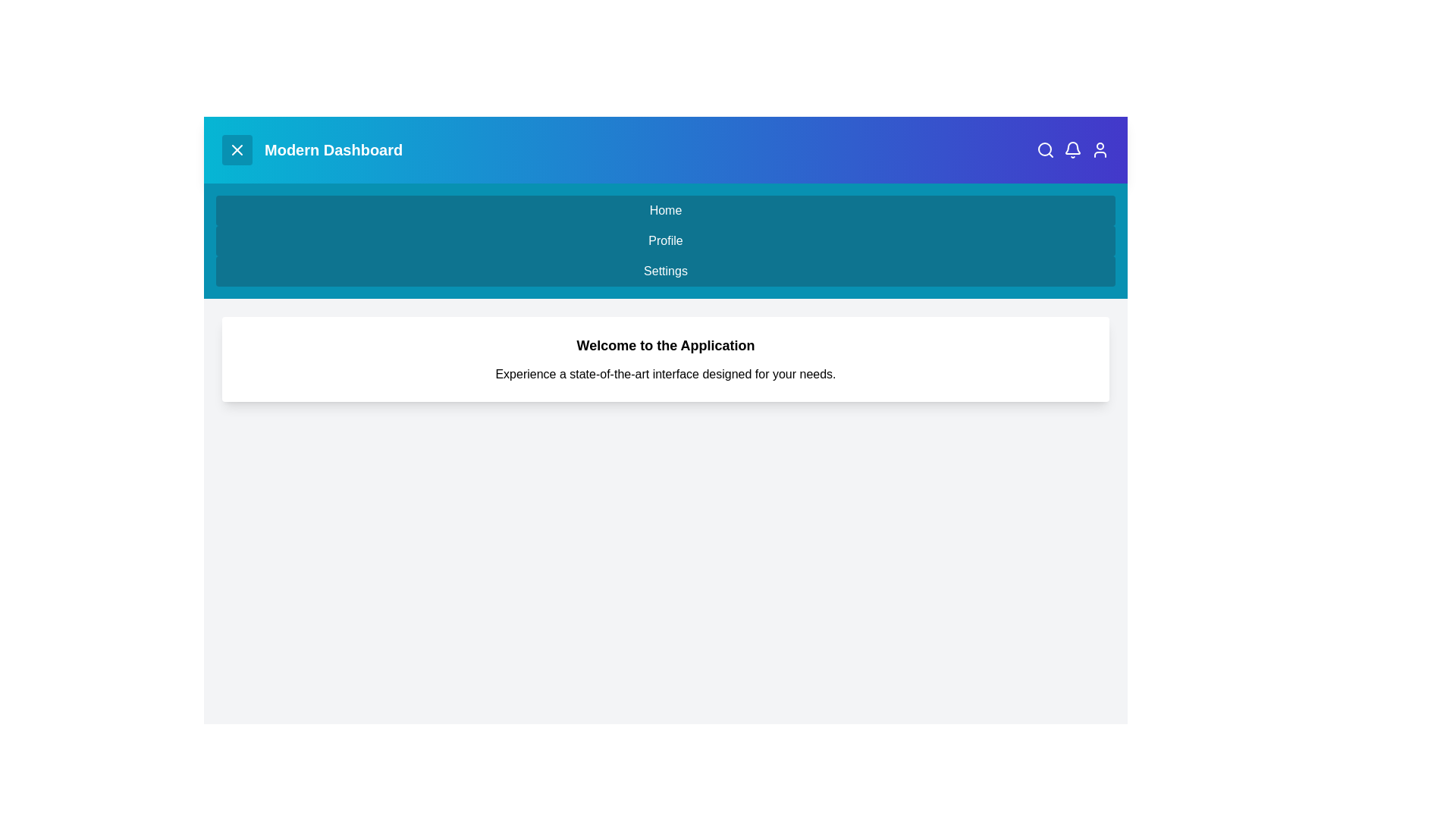 Image resolution: width=1456 pixels, height=819 pixels. Describe the element at coordinates (1044, 149) in the screenshot. I see `the 'Search' icon located in the app bar` at that location.